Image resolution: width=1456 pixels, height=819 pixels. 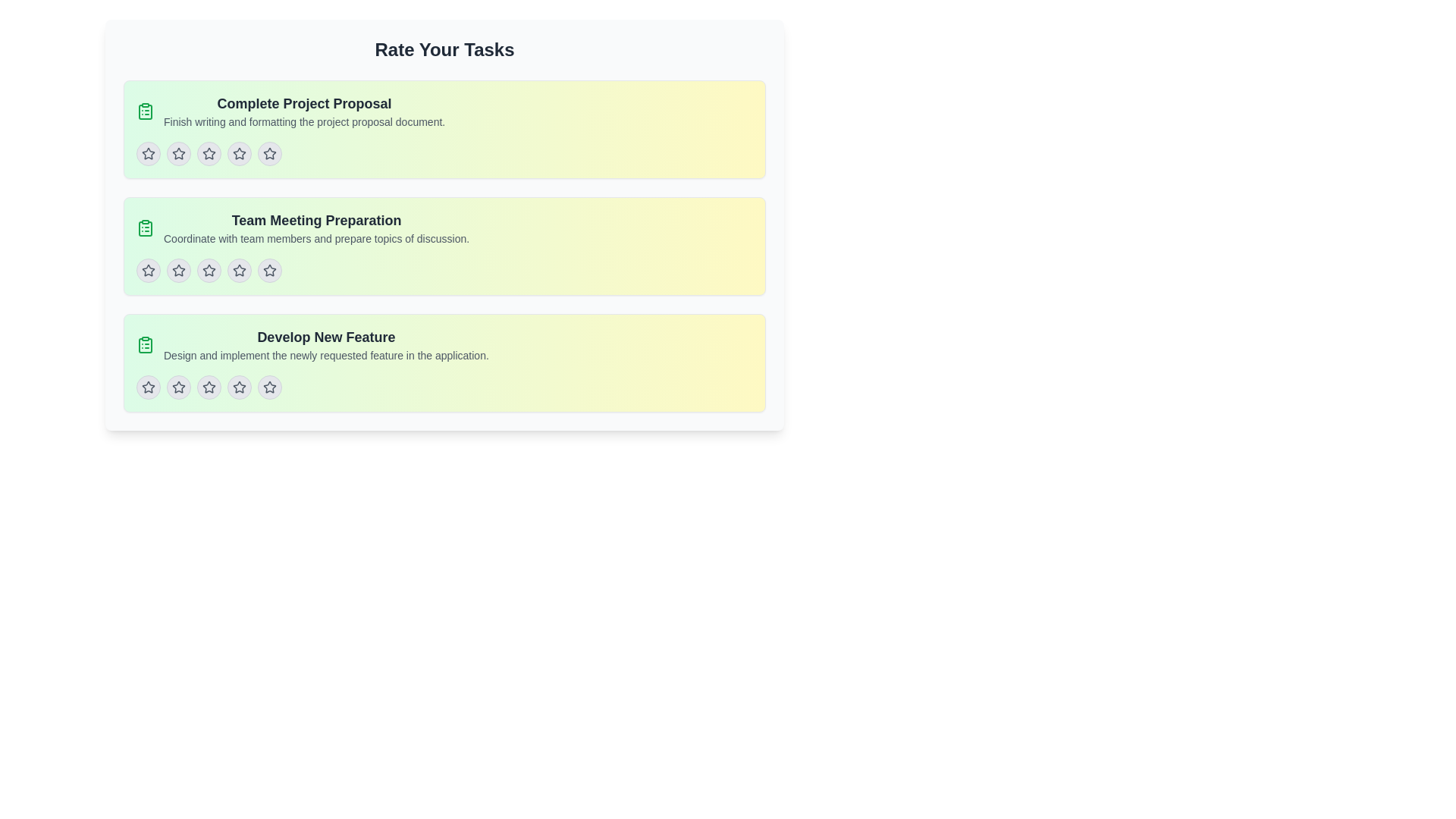 What do you see at coordinates (208, 386) in the screenshot?
I see `the circular gray button with a star icon located in the third row under the task 'Develop New Feature'` at bounding box center [208, 386].